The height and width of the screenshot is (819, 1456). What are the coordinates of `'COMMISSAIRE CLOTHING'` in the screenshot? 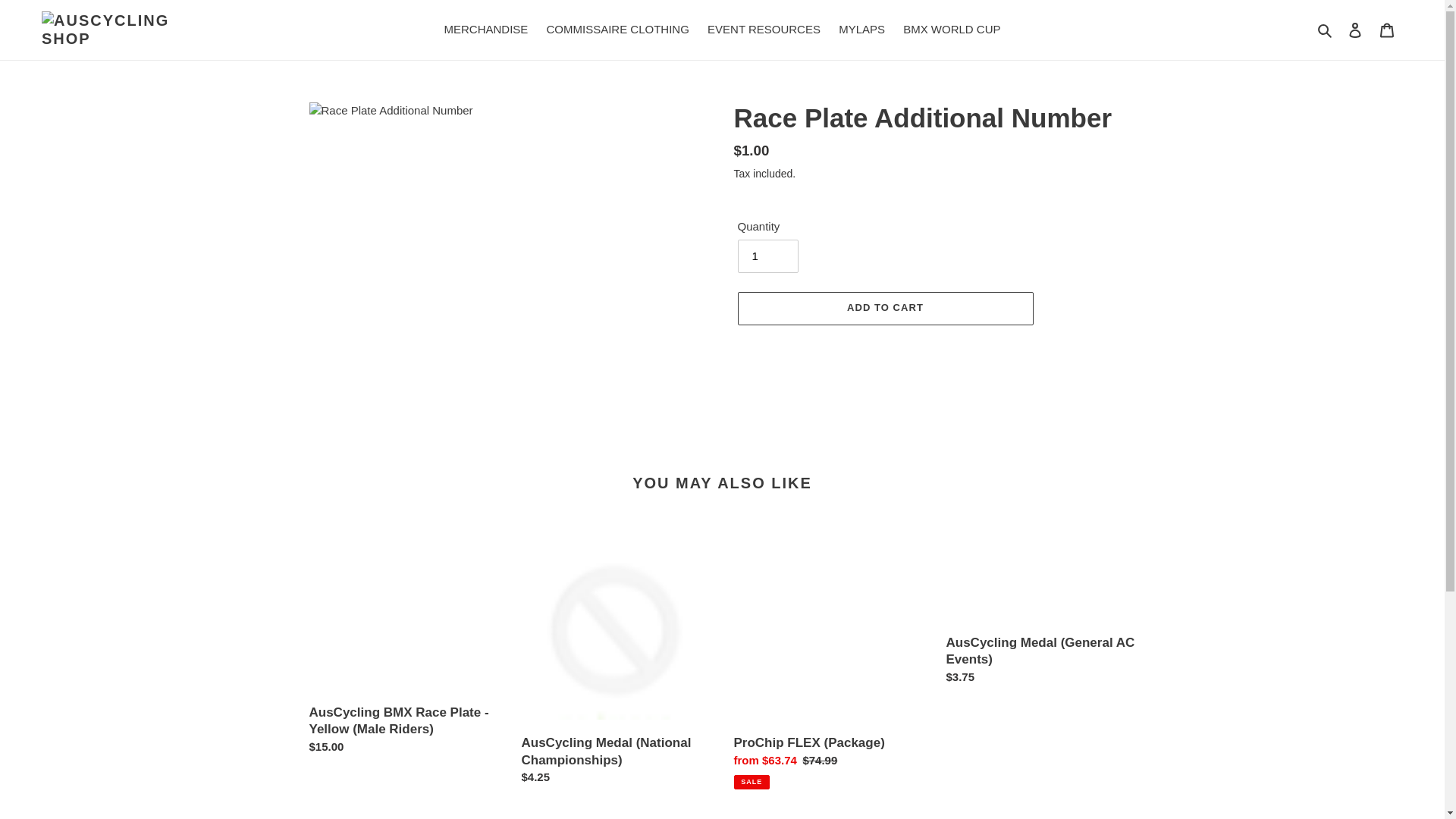 It's located at (617, 30).